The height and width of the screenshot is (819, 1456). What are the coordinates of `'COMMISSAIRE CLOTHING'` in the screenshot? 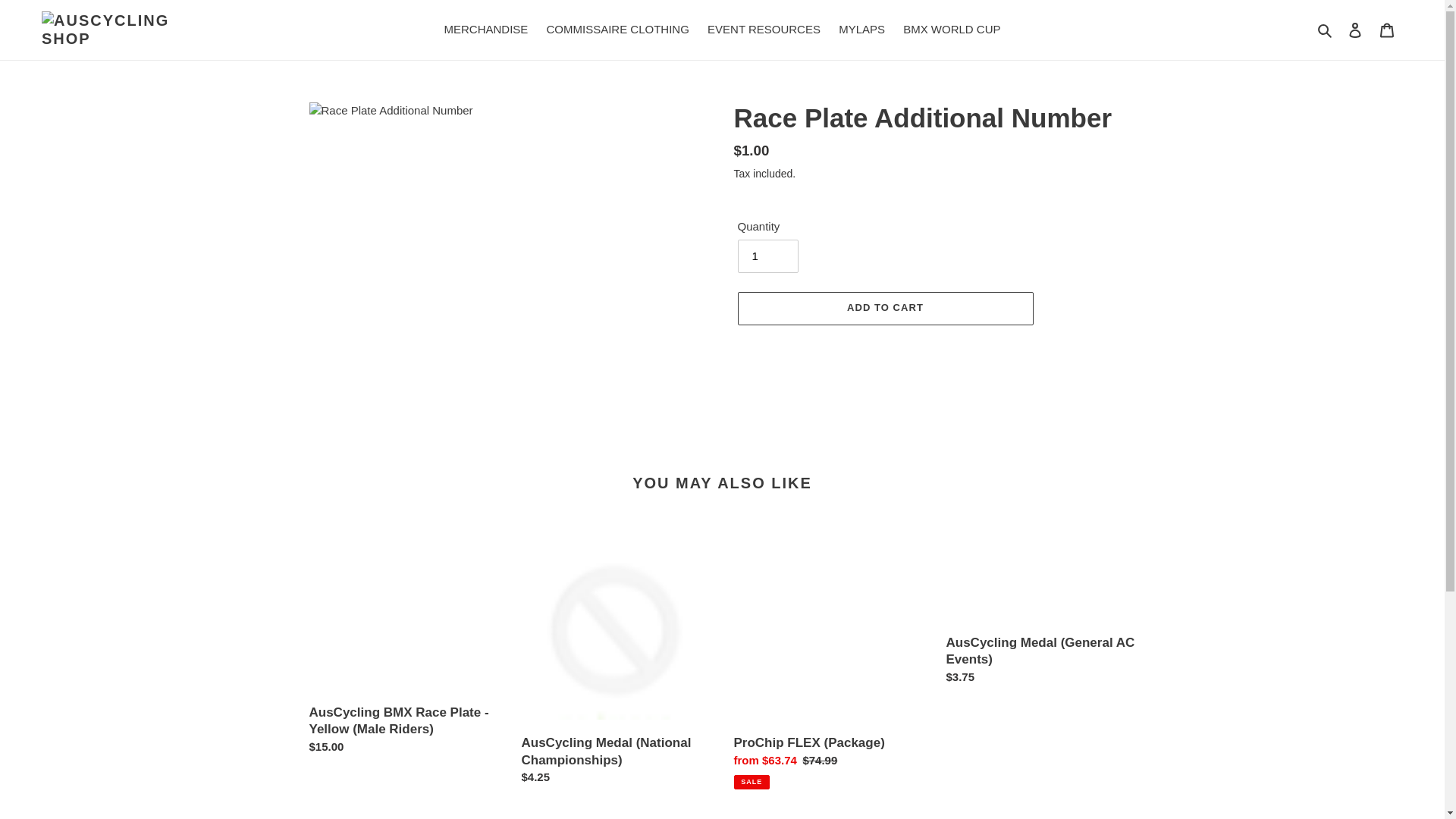 It's located at (617, 30).